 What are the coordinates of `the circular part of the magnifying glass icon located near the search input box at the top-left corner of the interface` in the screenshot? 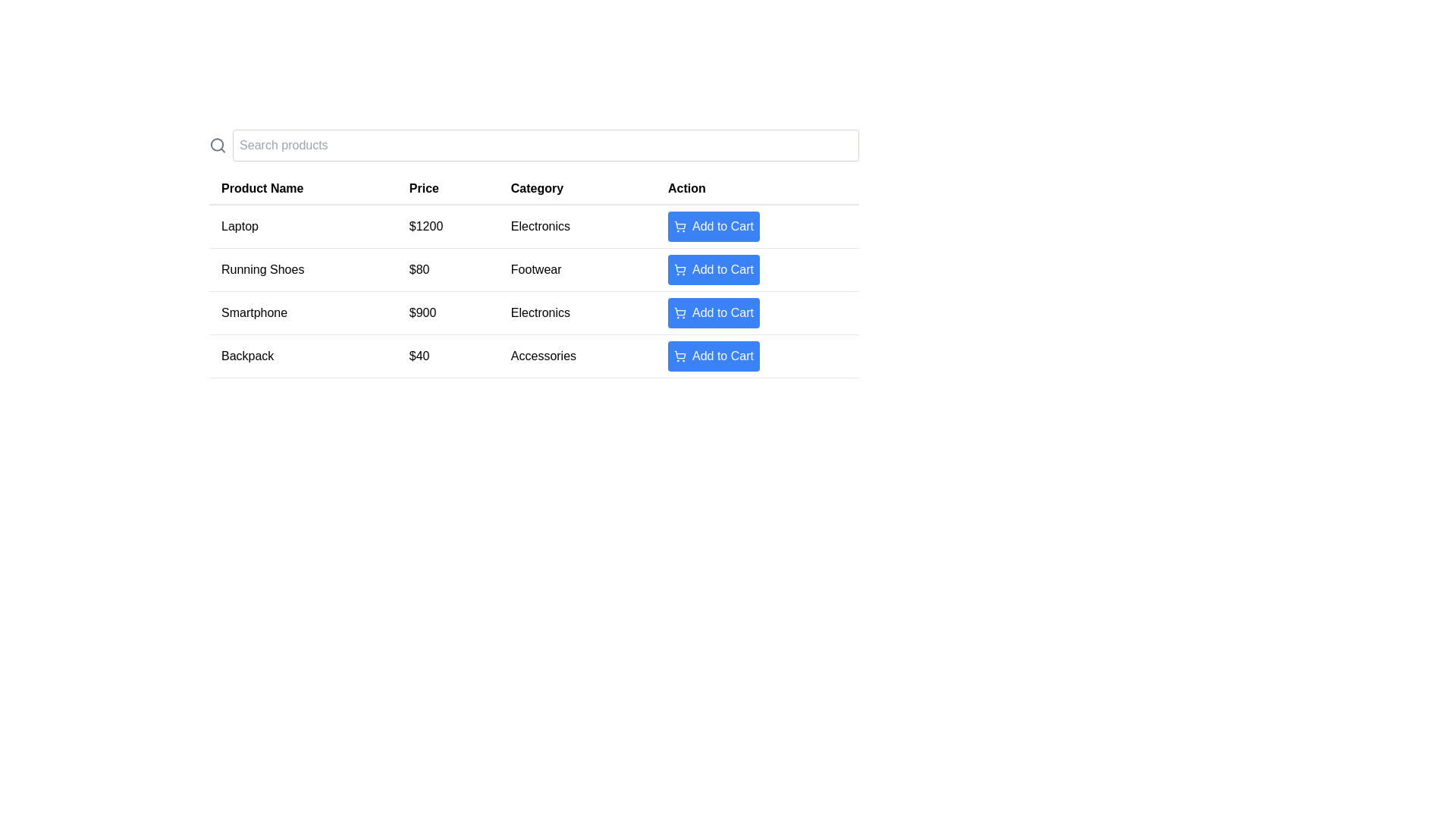 It's located at (216, 145).